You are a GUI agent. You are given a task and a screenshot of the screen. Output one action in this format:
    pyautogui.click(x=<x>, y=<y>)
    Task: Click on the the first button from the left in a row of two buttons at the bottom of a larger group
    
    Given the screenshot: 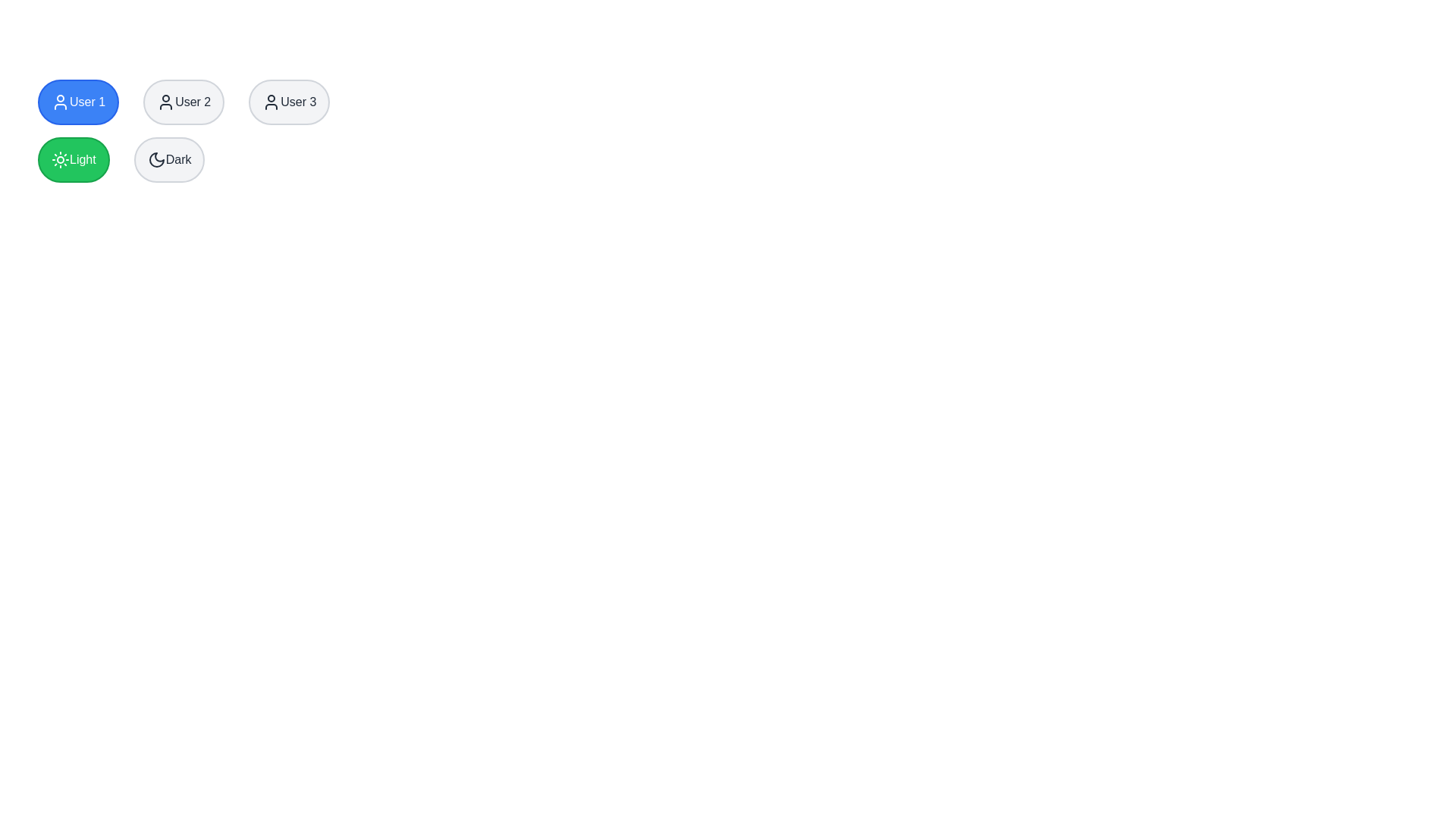 What is the action you would take?
    pyautogui.click(x=73, y=160)
    